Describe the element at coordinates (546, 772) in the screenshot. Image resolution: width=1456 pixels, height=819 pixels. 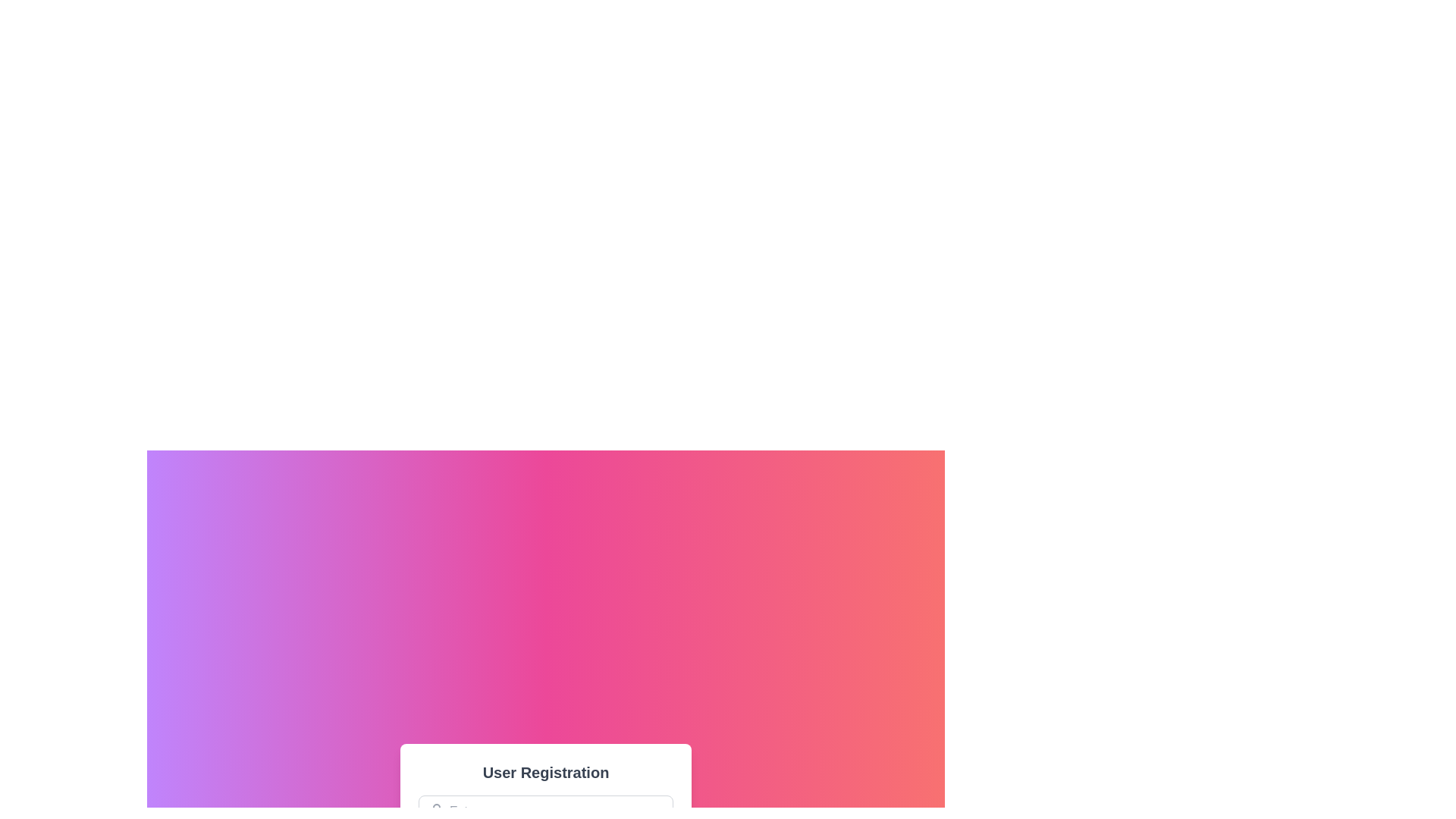
I see `header text that serves as a descriptive title for the form interface, located at the top center of a white rounded card-like area` at that location.